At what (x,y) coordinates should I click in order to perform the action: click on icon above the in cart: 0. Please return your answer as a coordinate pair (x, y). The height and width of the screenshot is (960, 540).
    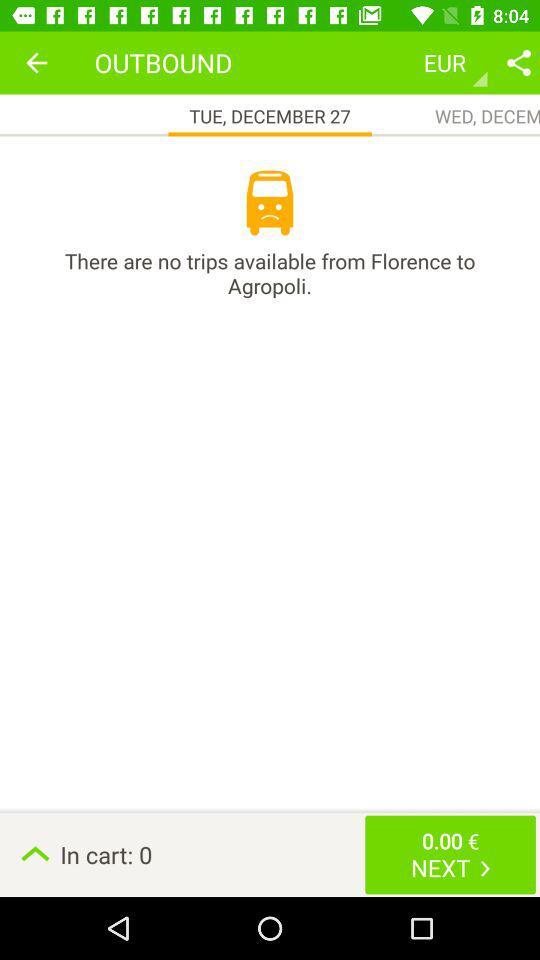
    Looking at the image, I should click on (270, 272).